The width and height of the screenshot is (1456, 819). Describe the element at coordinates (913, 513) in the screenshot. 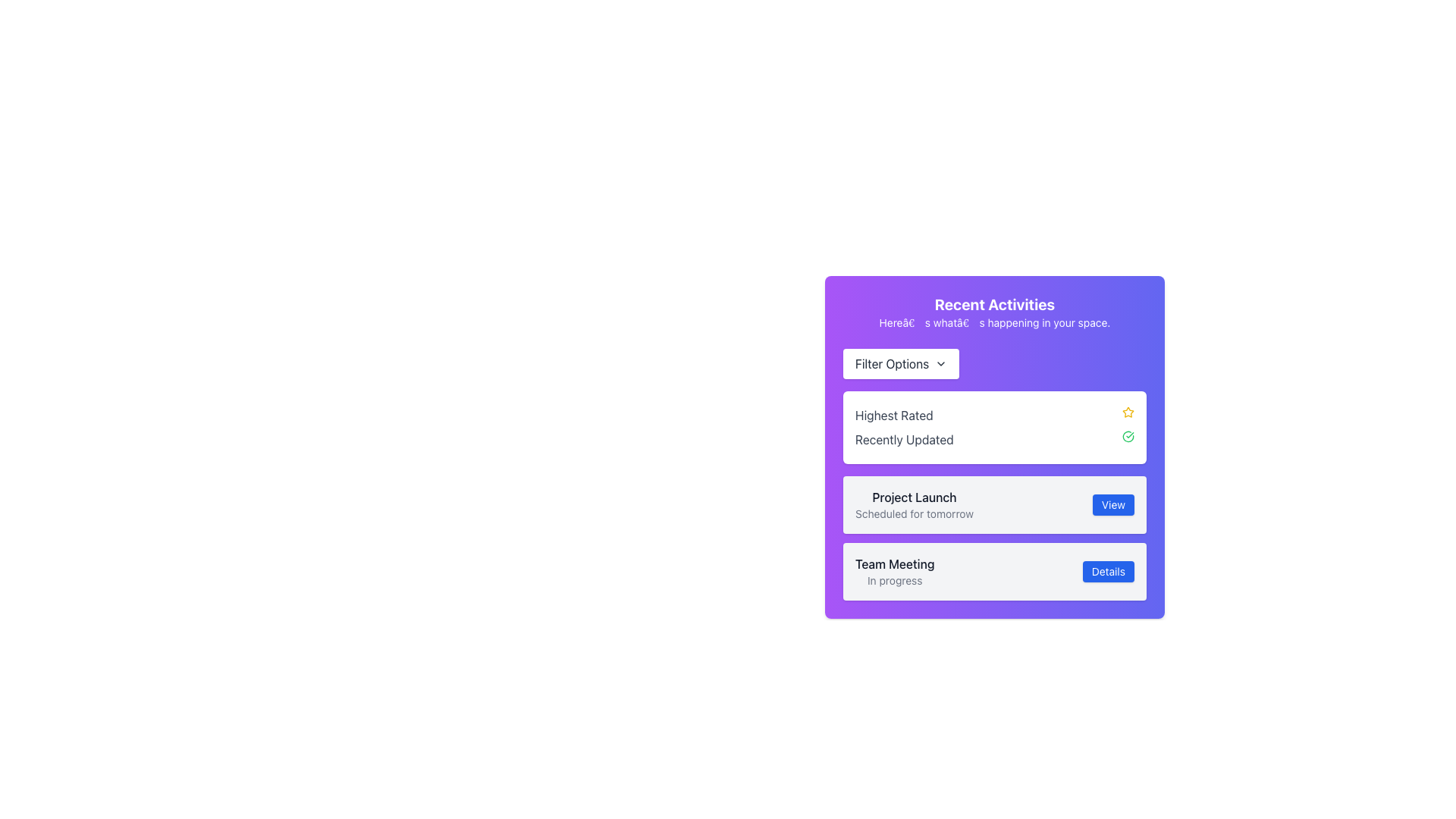

I see `the text label that says 'Scheduled for tomorrow', located beneath 'Project Launch' in the 'Recent Activities' section` at that location.